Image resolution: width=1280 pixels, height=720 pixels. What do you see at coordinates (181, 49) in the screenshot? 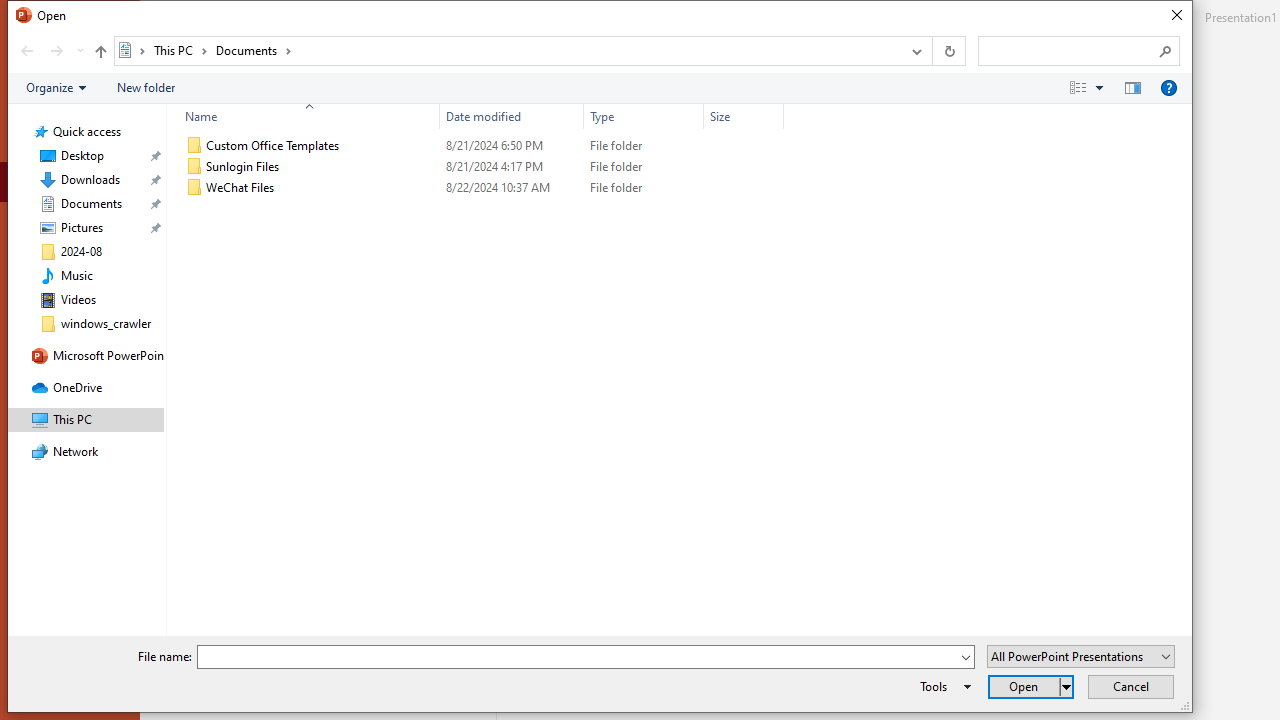
I see `'This PC'` at bounding box center [181, 49].